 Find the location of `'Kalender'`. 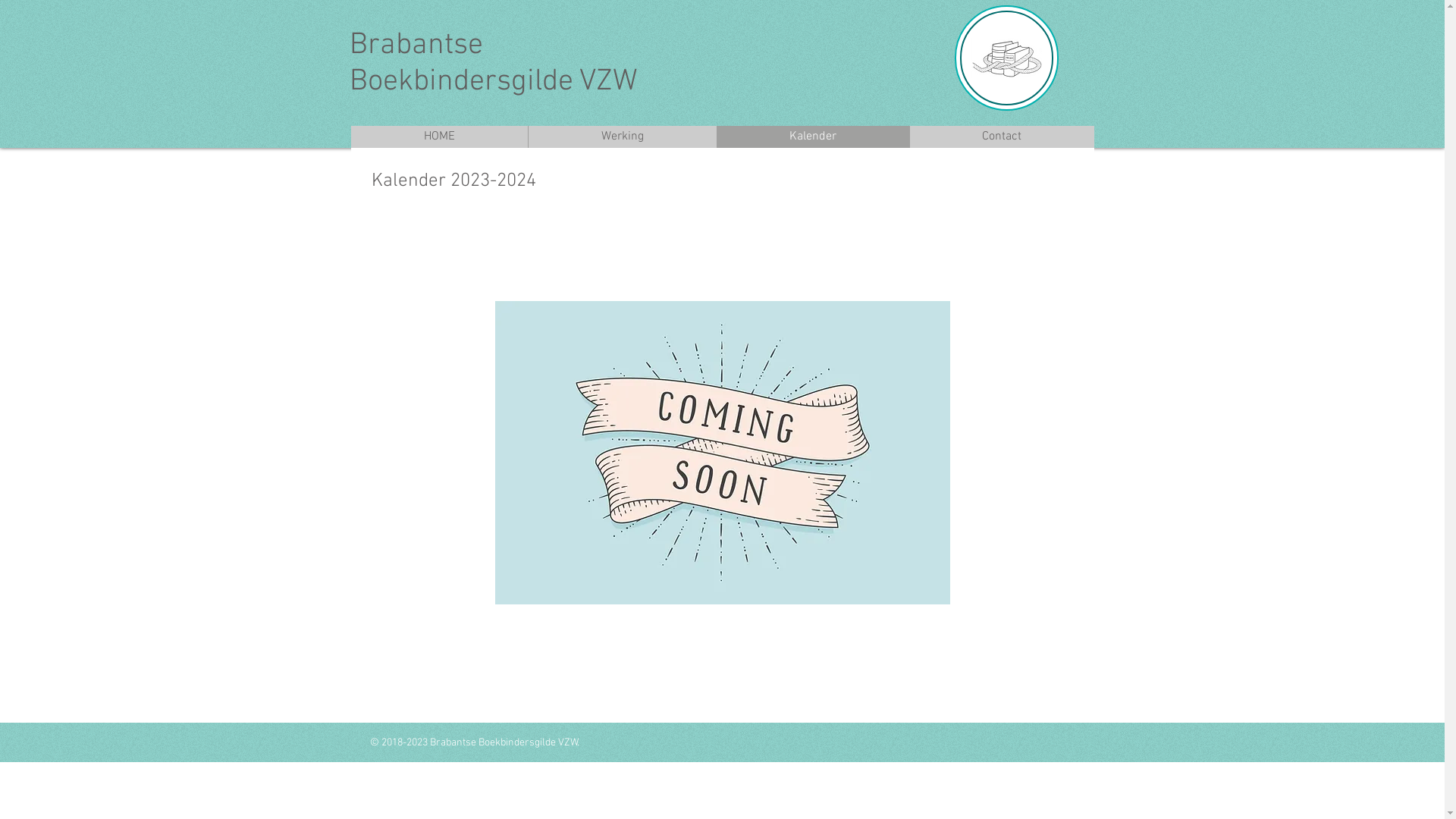

'Kalender' is located at coordinates (811, 136).